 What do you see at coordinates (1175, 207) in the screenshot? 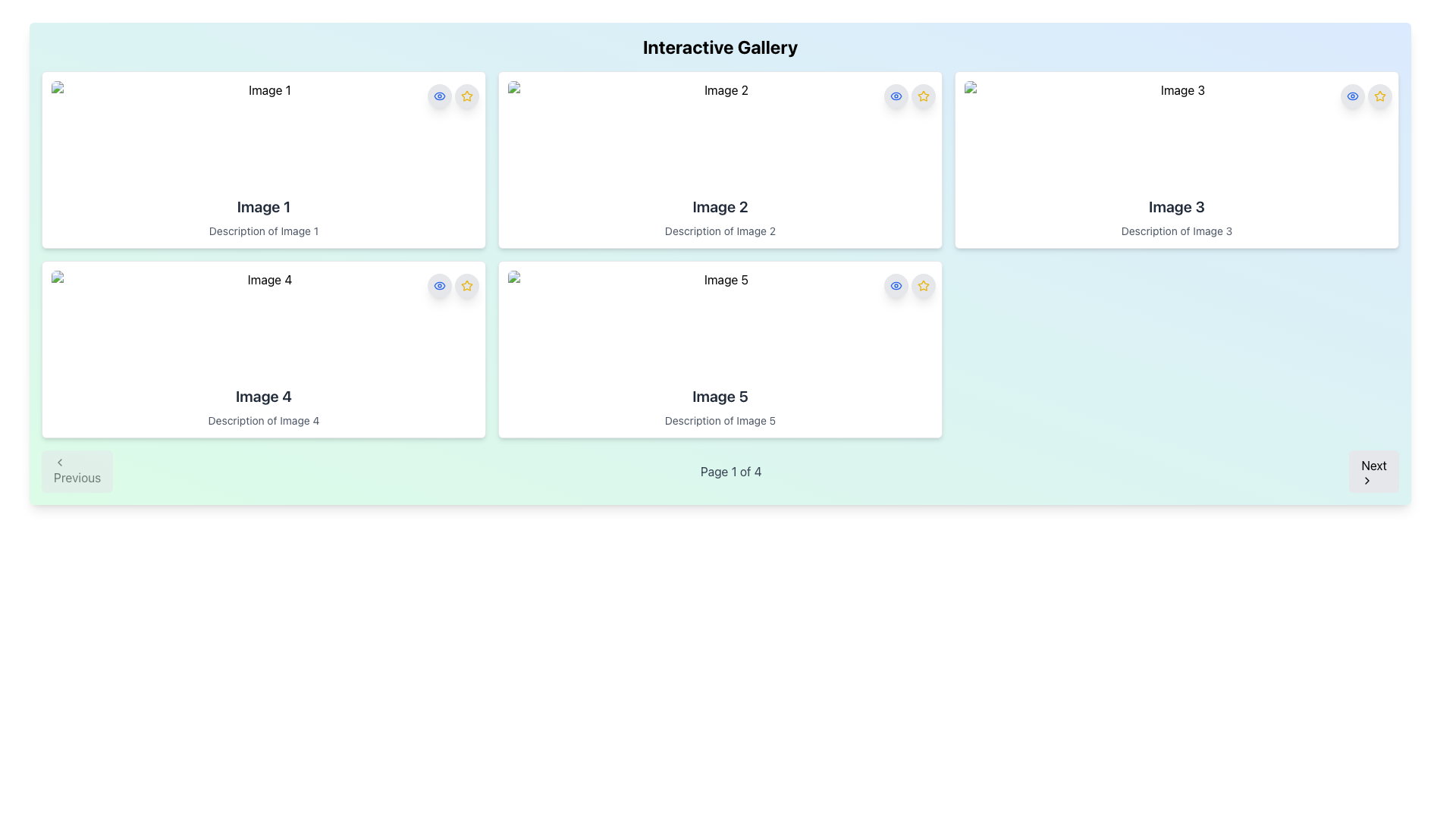
I see `text element labeled 'Image 3', which serves as a title for the associated card content located in the top row, third column of the grid layout` at bounding box center [1175, 207].